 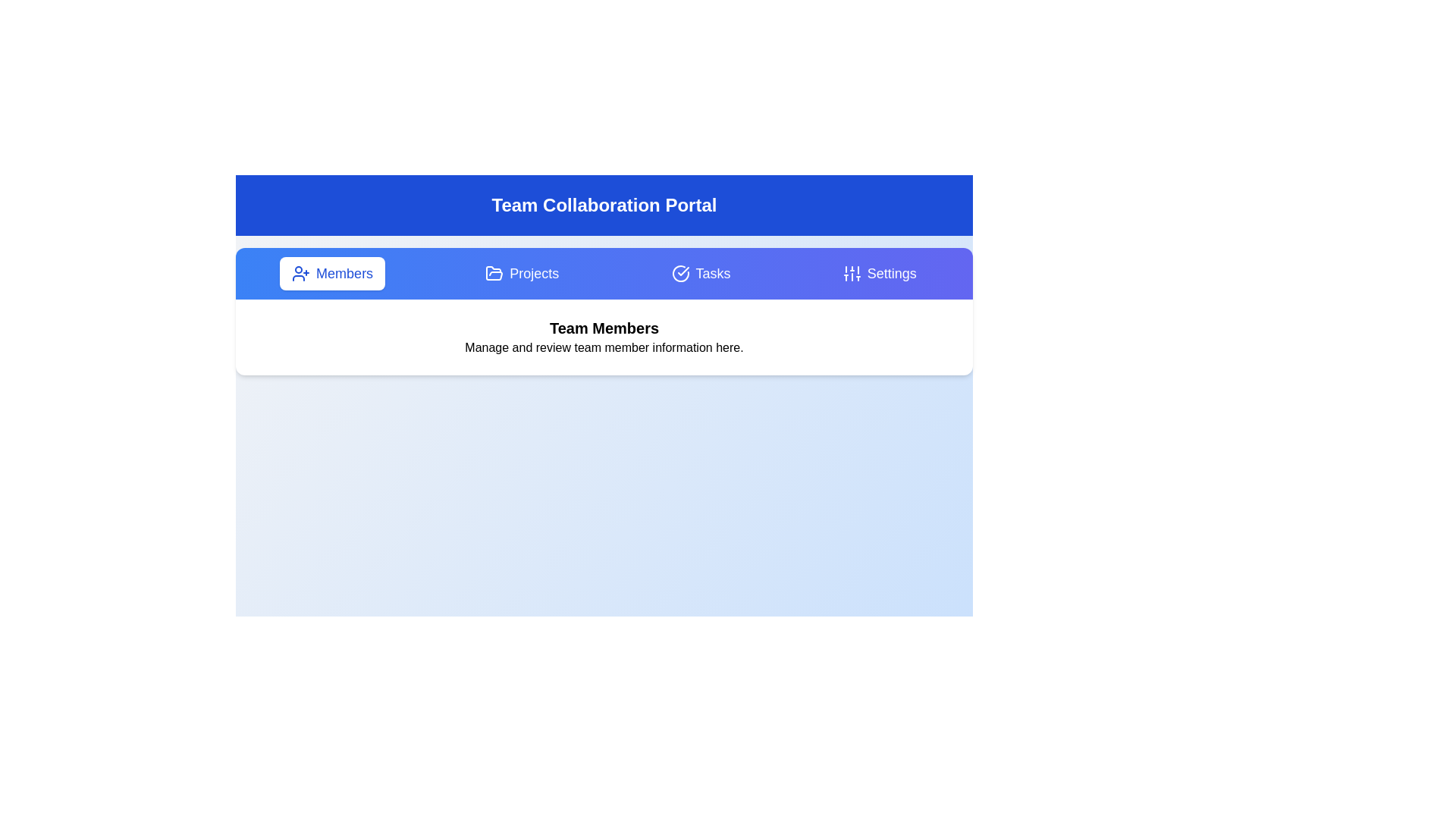 What do you see at coordinates (603, 348) in the screenshot?
I see `the static text label that displays 'Manage and review team member information here.', located directly below the 'Team Members' heading` at bounding box center [603, 348].